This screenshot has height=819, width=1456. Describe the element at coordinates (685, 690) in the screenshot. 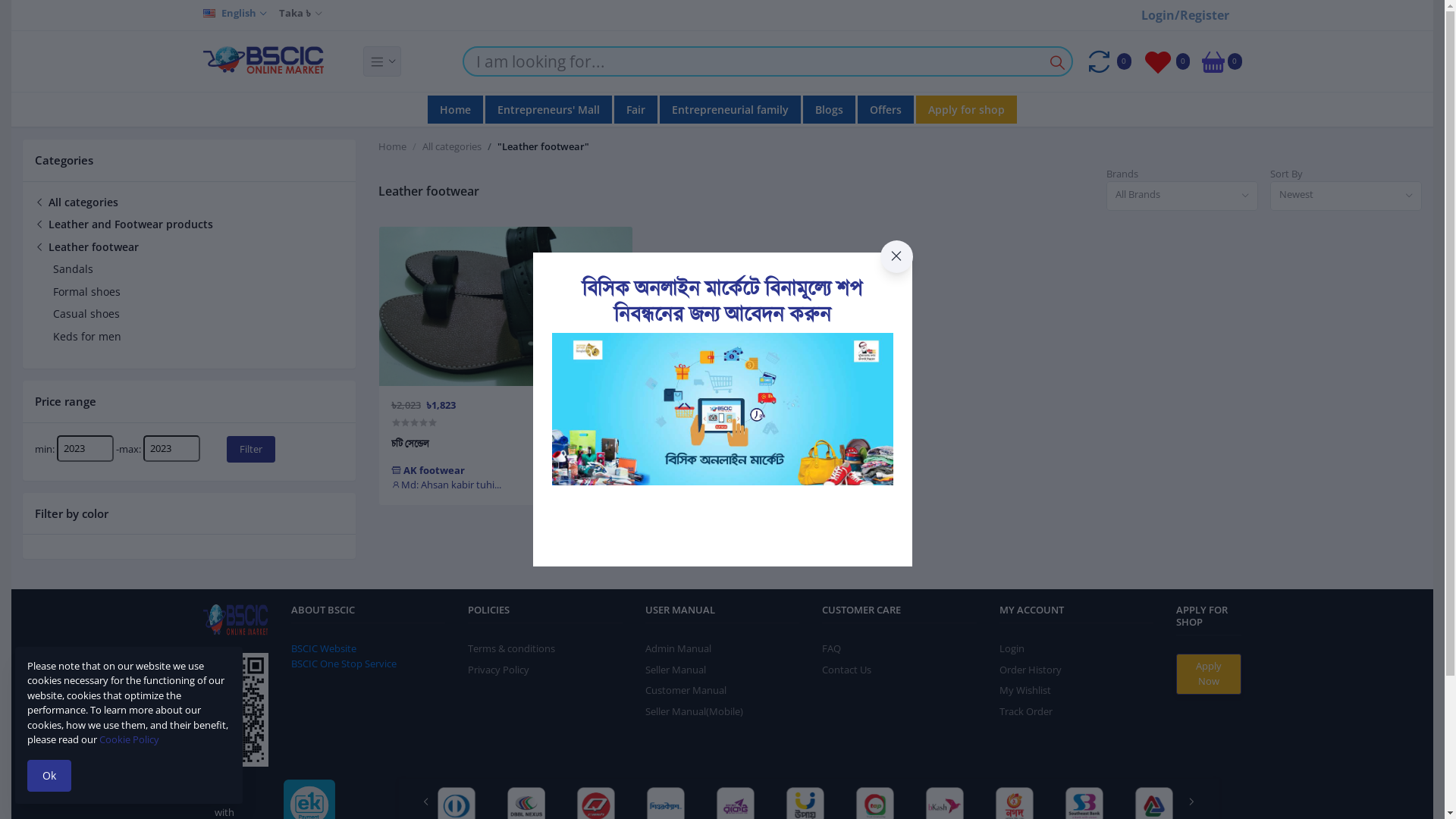

I see `'Customer Manual'` at that location.